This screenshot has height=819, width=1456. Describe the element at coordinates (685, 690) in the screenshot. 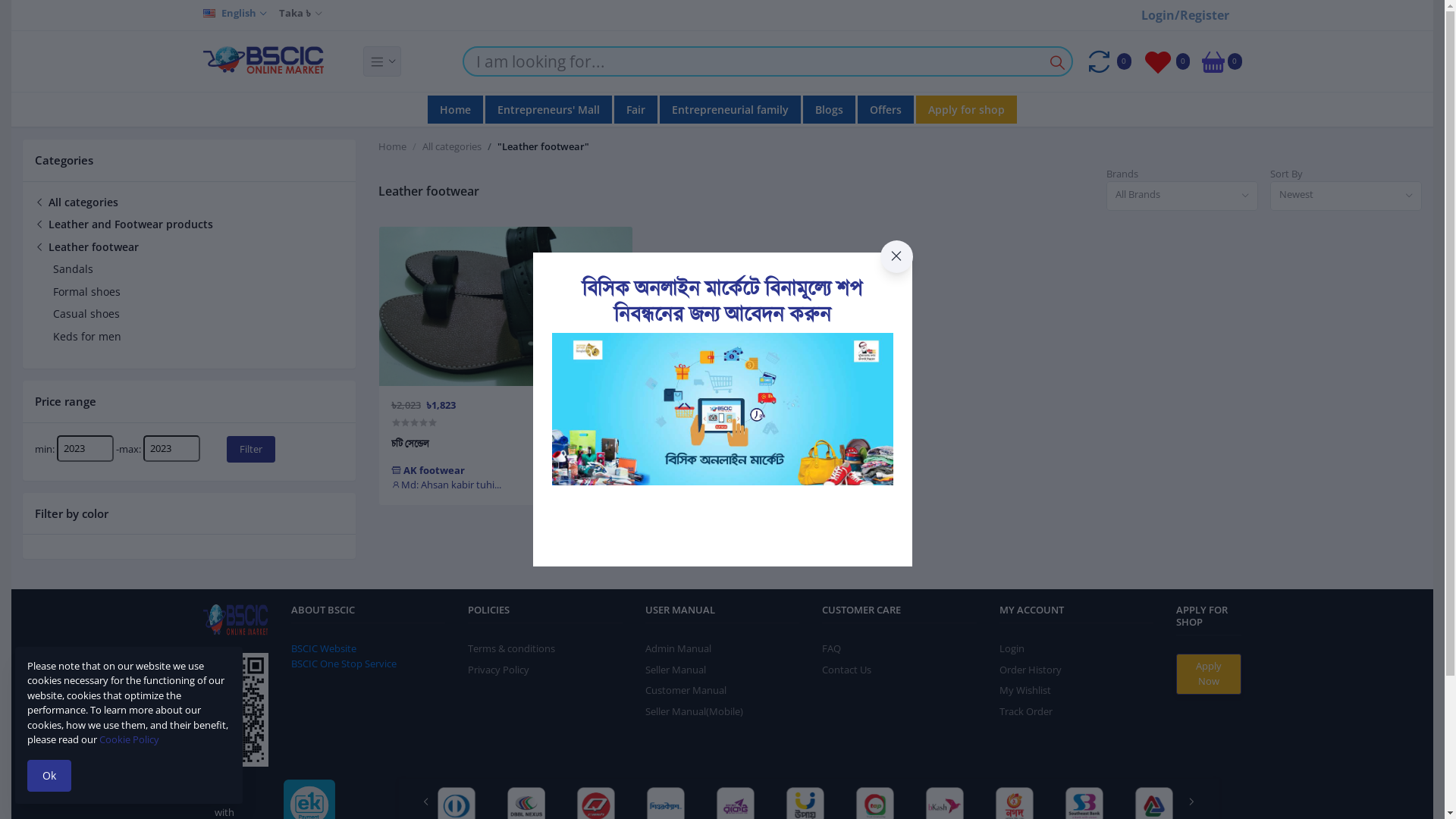

I see `'Customer Manual'` at that location.